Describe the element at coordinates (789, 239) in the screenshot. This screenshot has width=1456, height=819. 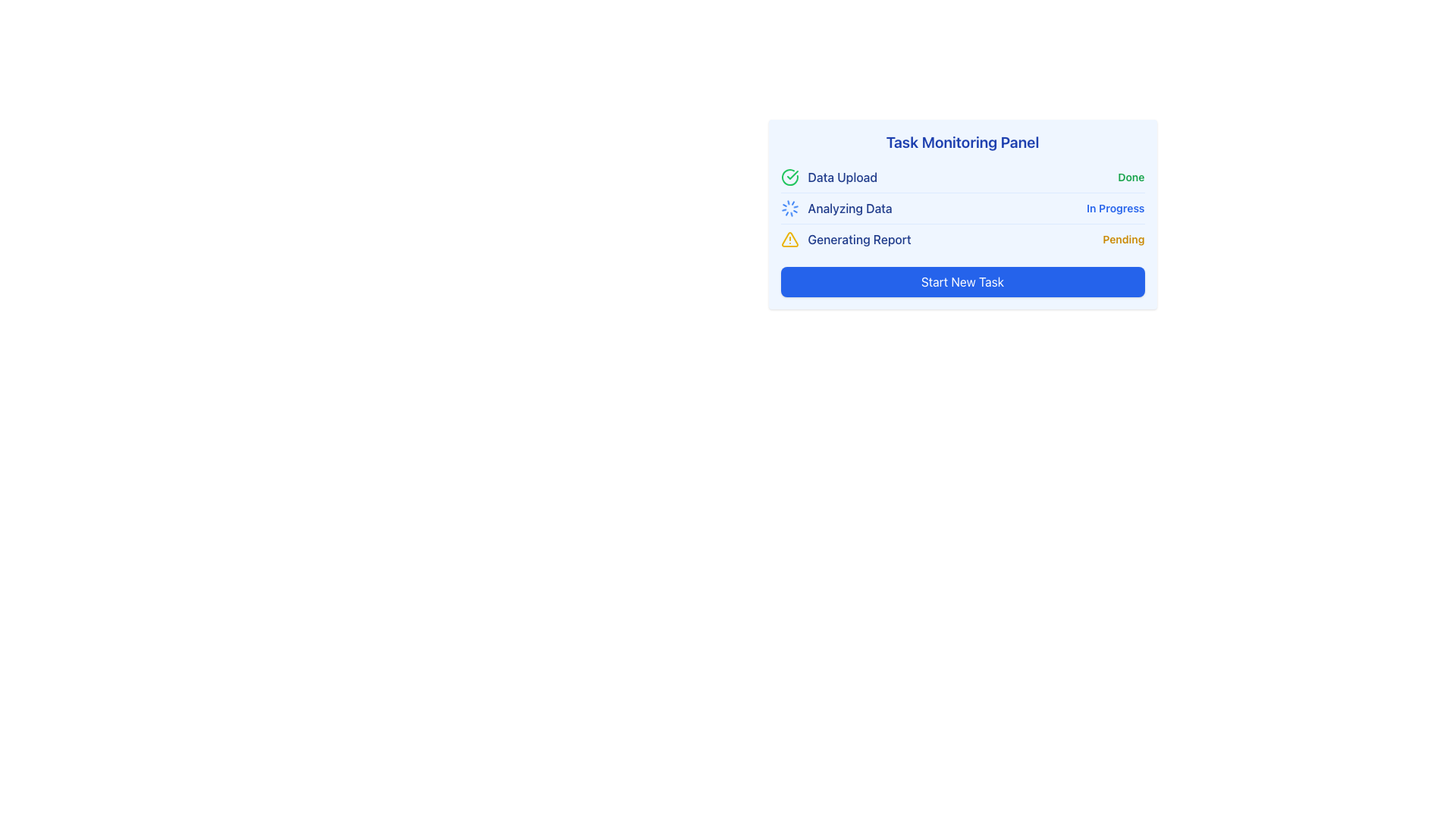
I see `the warning icon located to the left of the text 'Generating Report' in the task monitoring panel` at that location.